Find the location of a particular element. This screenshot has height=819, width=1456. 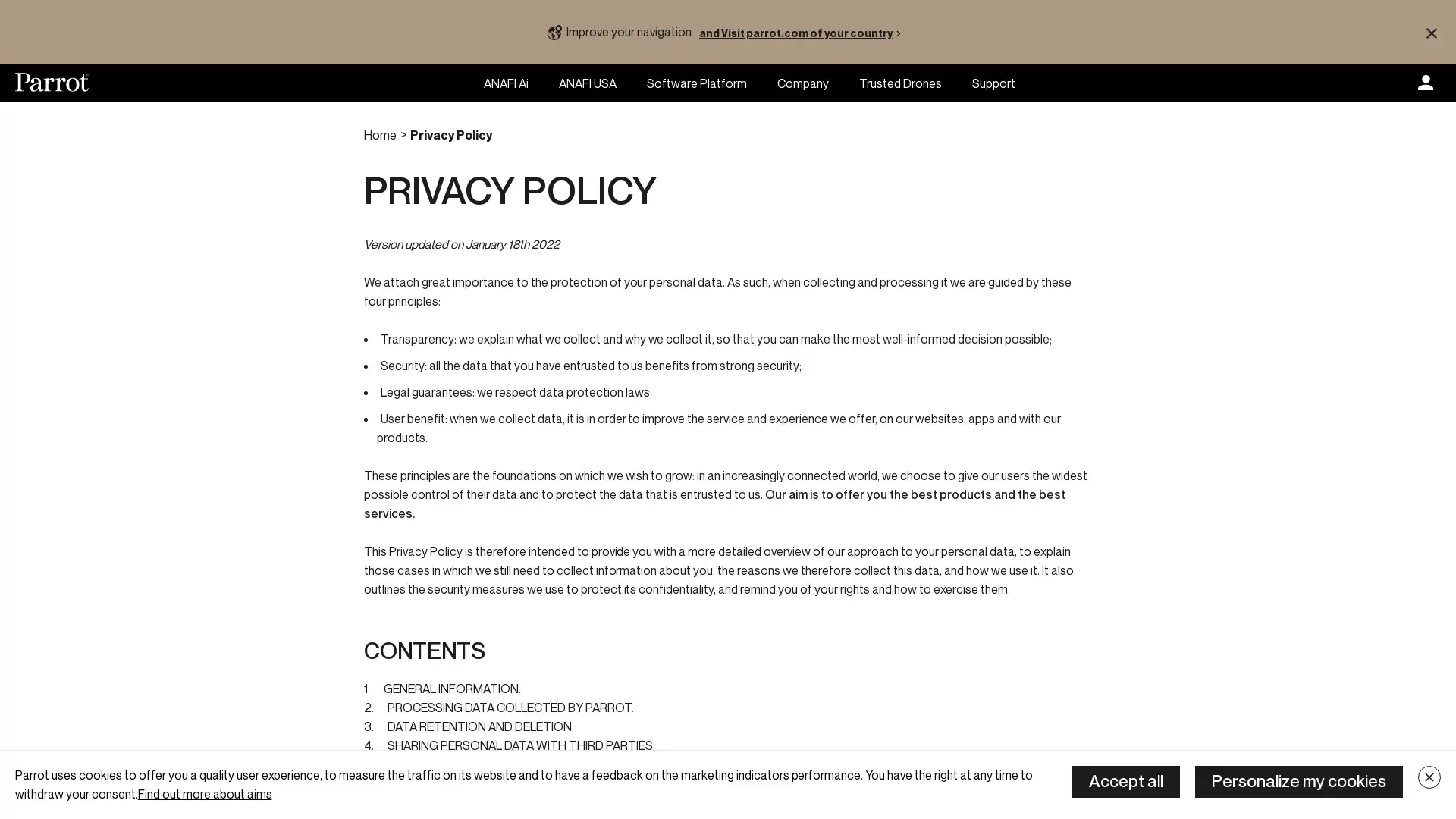

Personalize my cookies is located at coordinates (1298, 781).